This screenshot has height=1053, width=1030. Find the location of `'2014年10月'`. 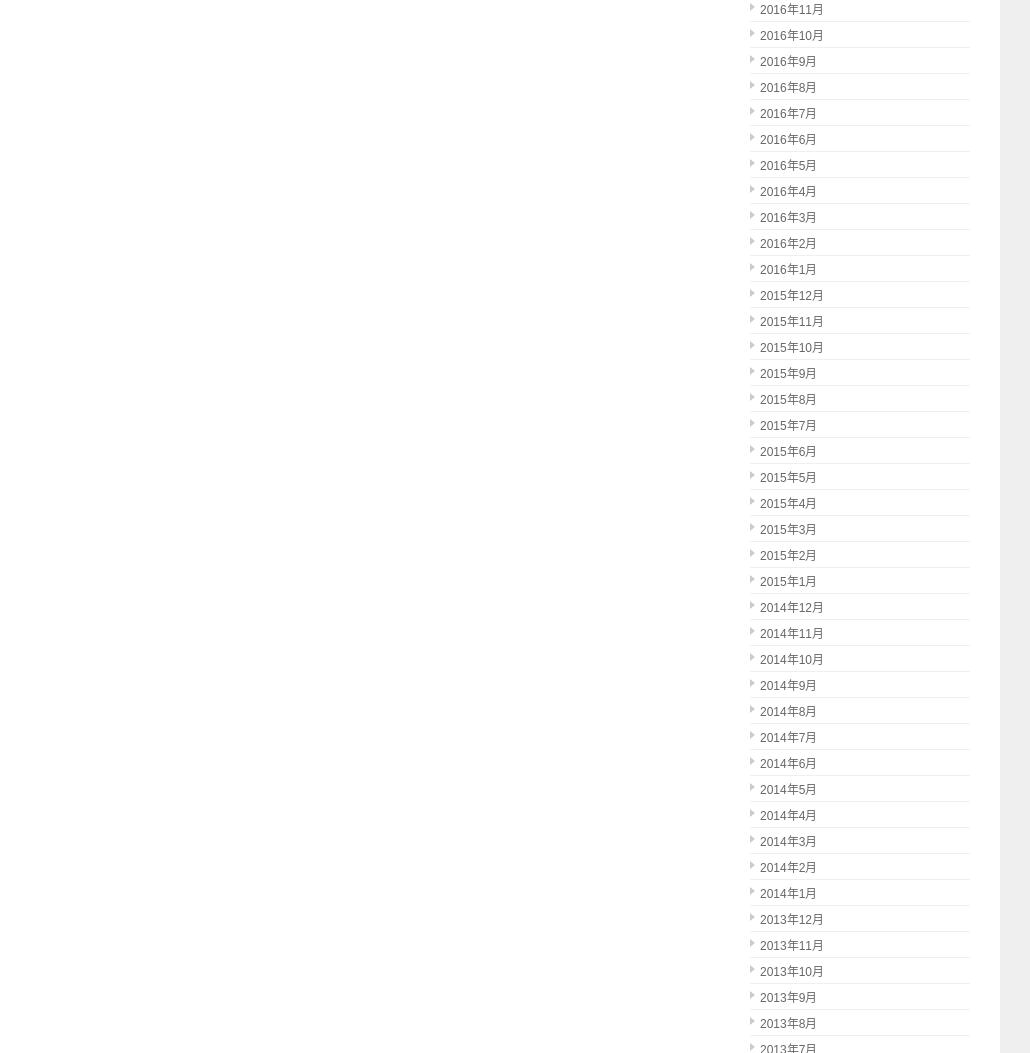

'2014年10月' is located at coordinates (790, 659).